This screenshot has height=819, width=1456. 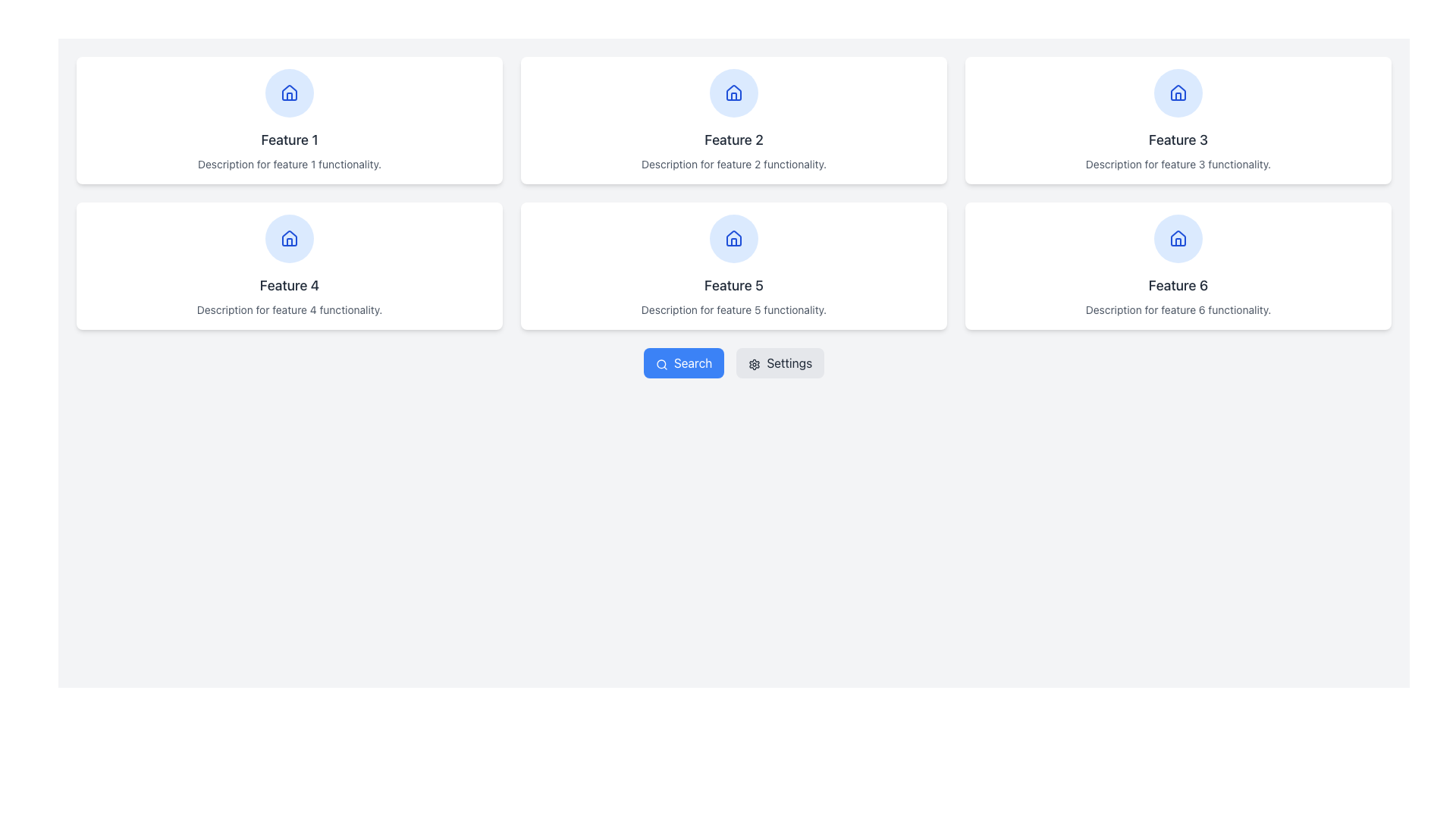 I want to click on the door element of the house icon in the bottom-left grid cell of Feature 4, which is represented as a non-interactive SVG component, so click(x=290, y=241).